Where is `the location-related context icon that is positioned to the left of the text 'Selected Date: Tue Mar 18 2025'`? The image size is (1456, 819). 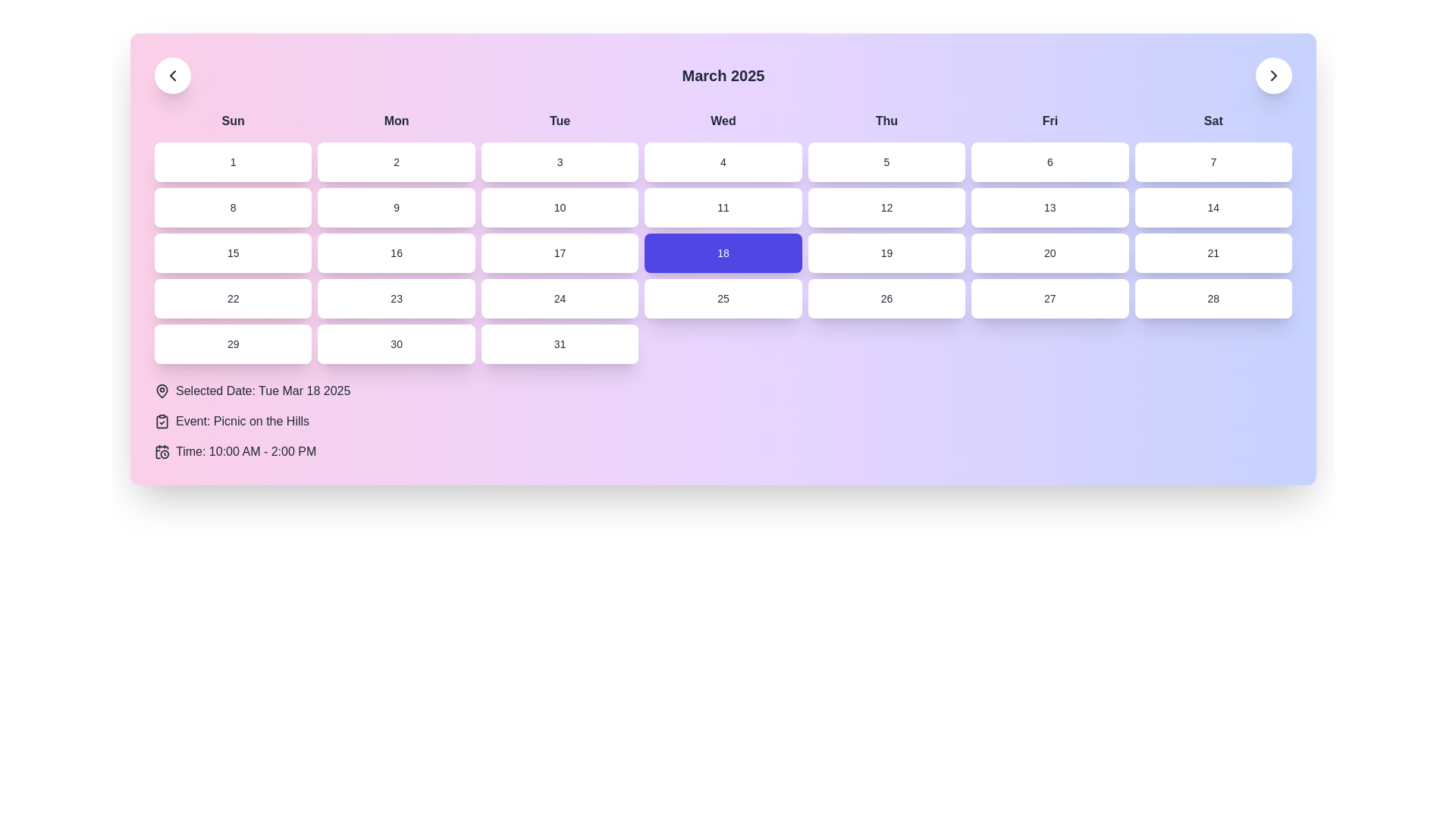 the location-related context icon that is positioned to the left of the text 'Selected Date: Tue Mar 18 2025' is located at coordinates (162, 391).